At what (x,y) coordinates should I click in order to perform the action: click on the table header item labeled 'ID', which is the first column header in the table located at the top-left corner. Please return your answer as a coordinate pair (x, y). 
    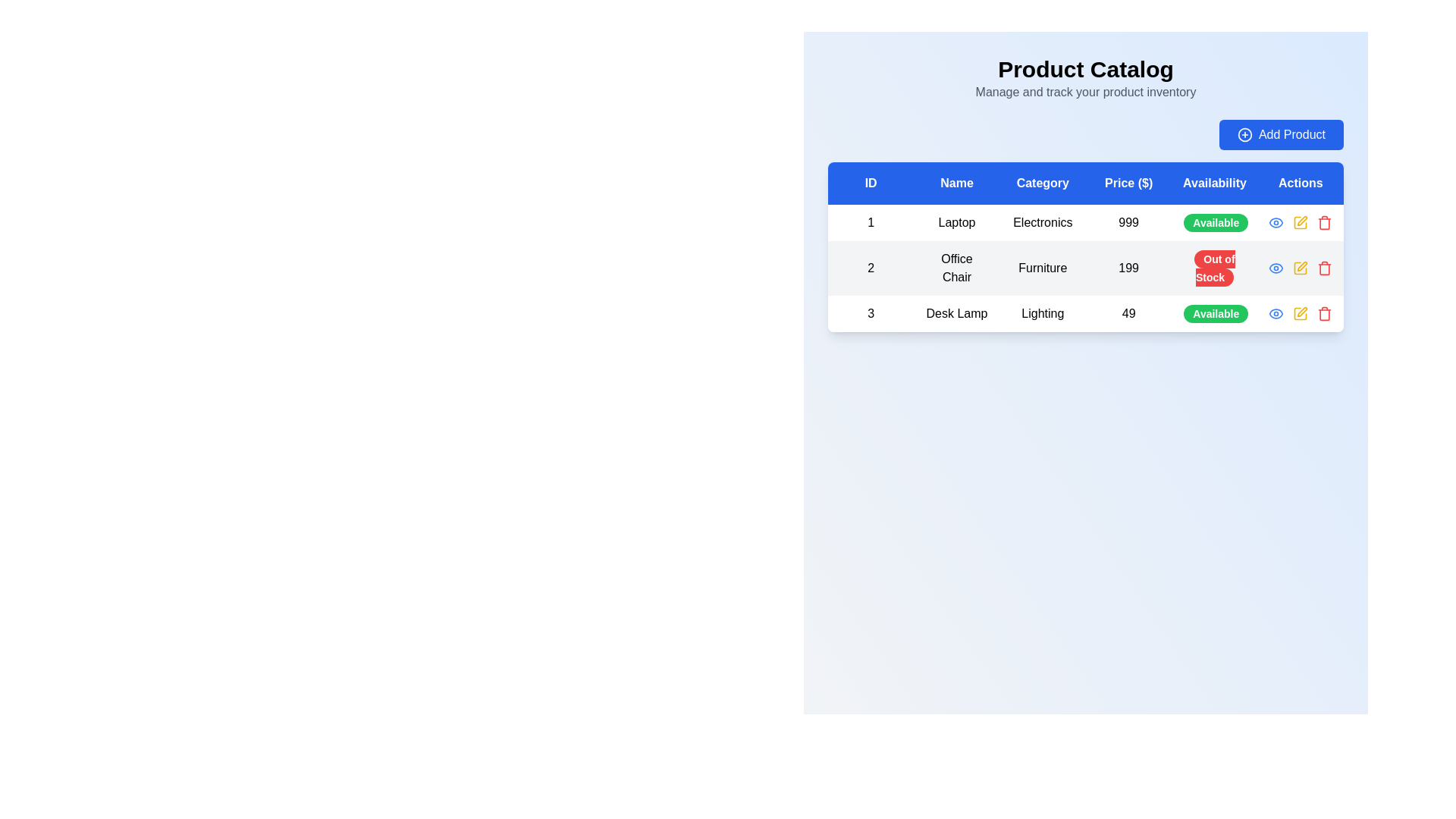
    Looking at the image, I should click on (871, 183).